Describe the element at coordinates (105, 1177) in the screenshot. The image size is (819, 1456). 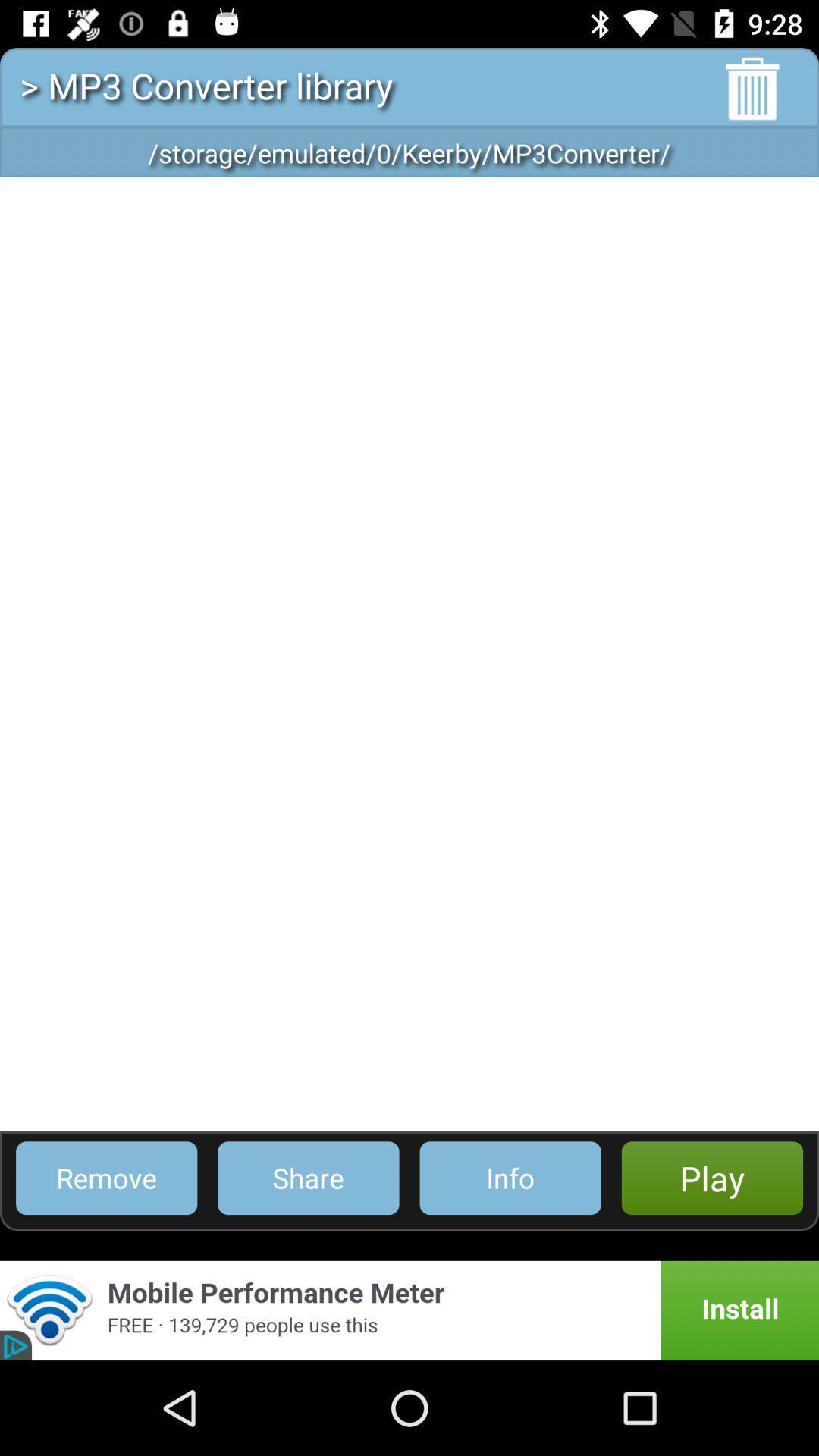
I see `app at the bottom left corner` at that location.